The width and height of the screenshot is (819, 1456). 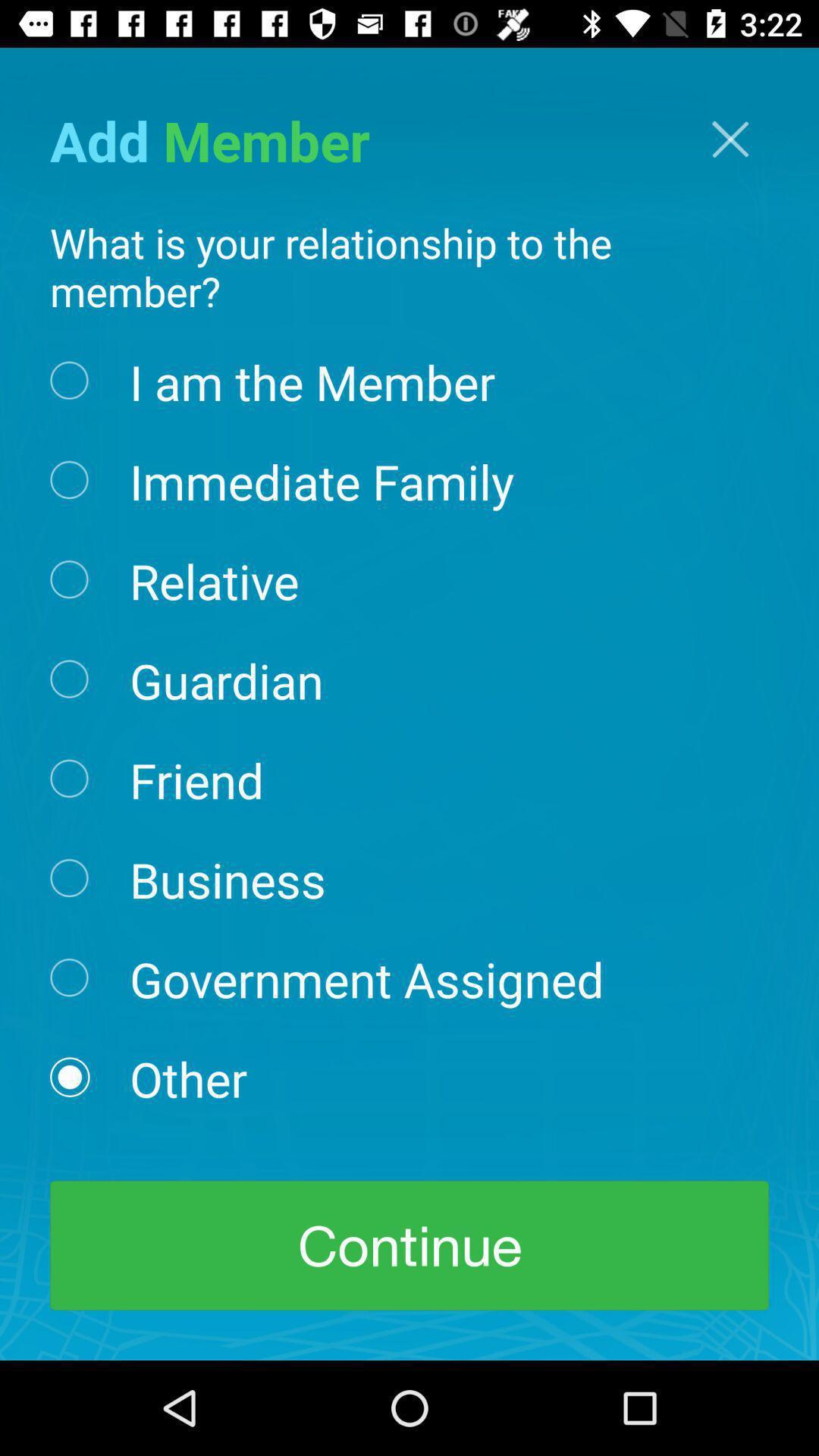 What do you see at coordinates (227, 878) in the screenshot?
I see `business item` at bounding box center [227, 878].